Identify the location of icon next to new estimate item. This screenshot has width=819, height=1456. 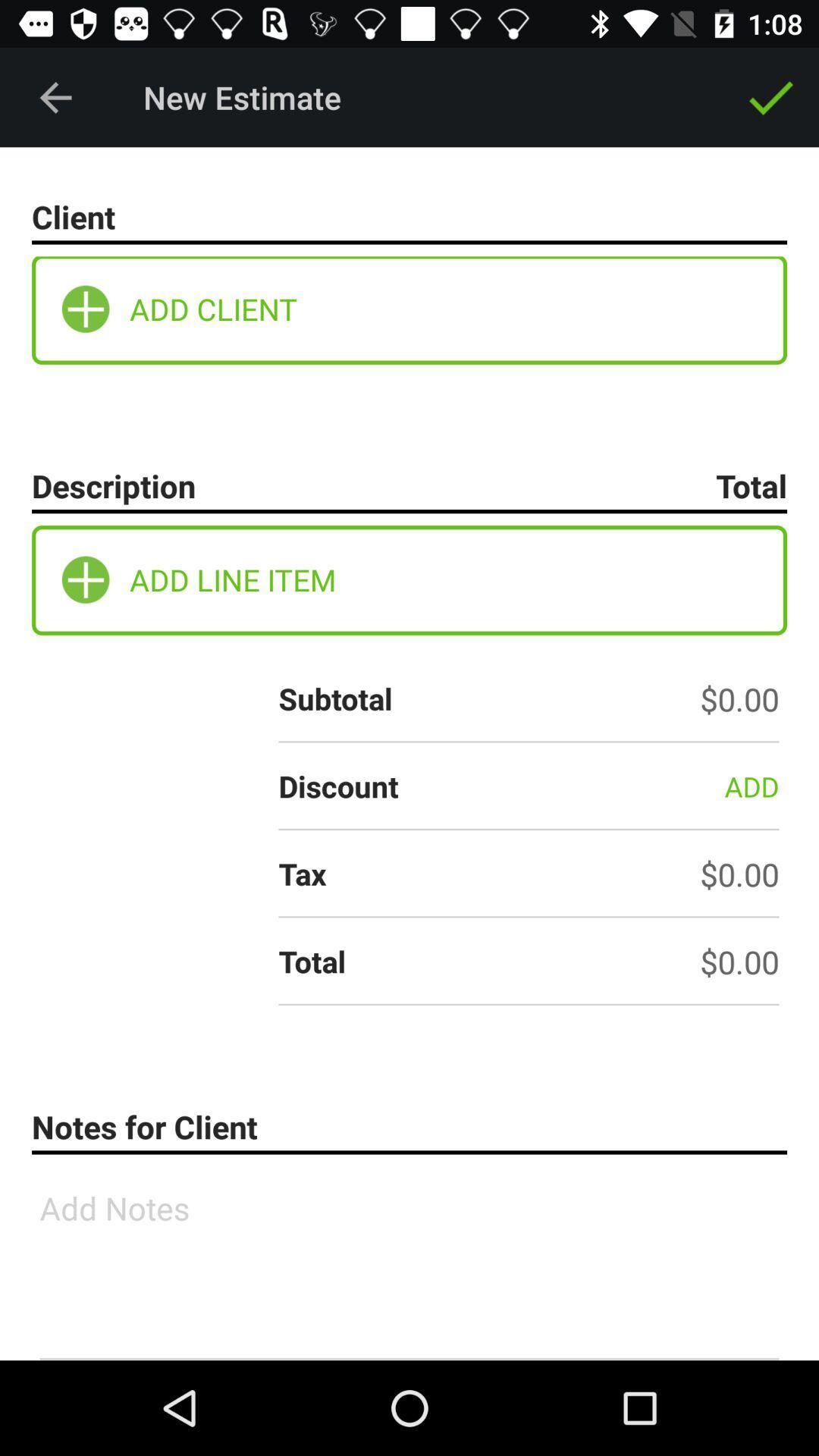
(771, 96).